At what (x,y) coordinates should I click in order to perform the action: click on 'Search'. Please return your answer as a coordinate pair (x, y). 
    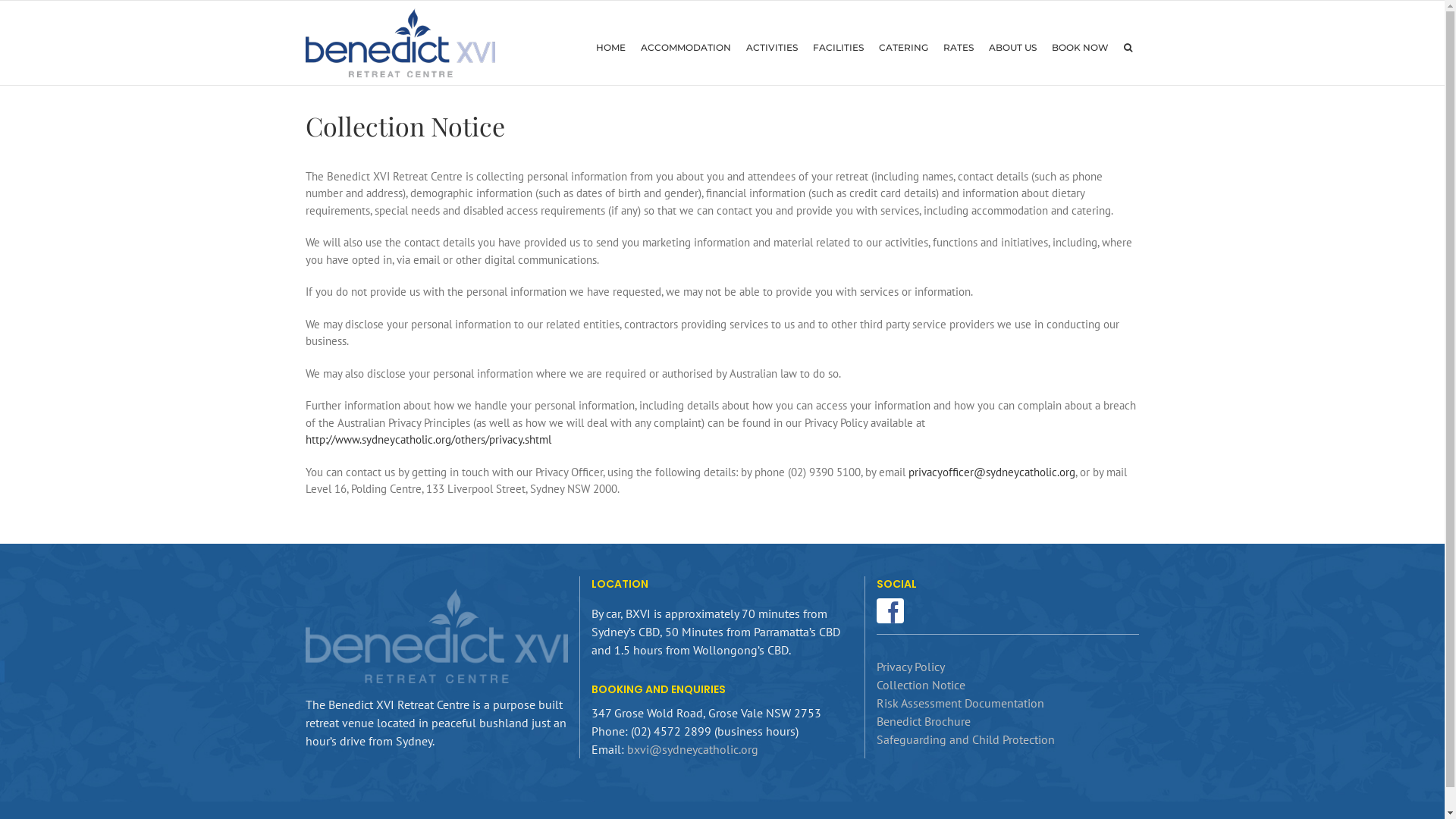
    Looking at the image, I should click on (1116, 46).